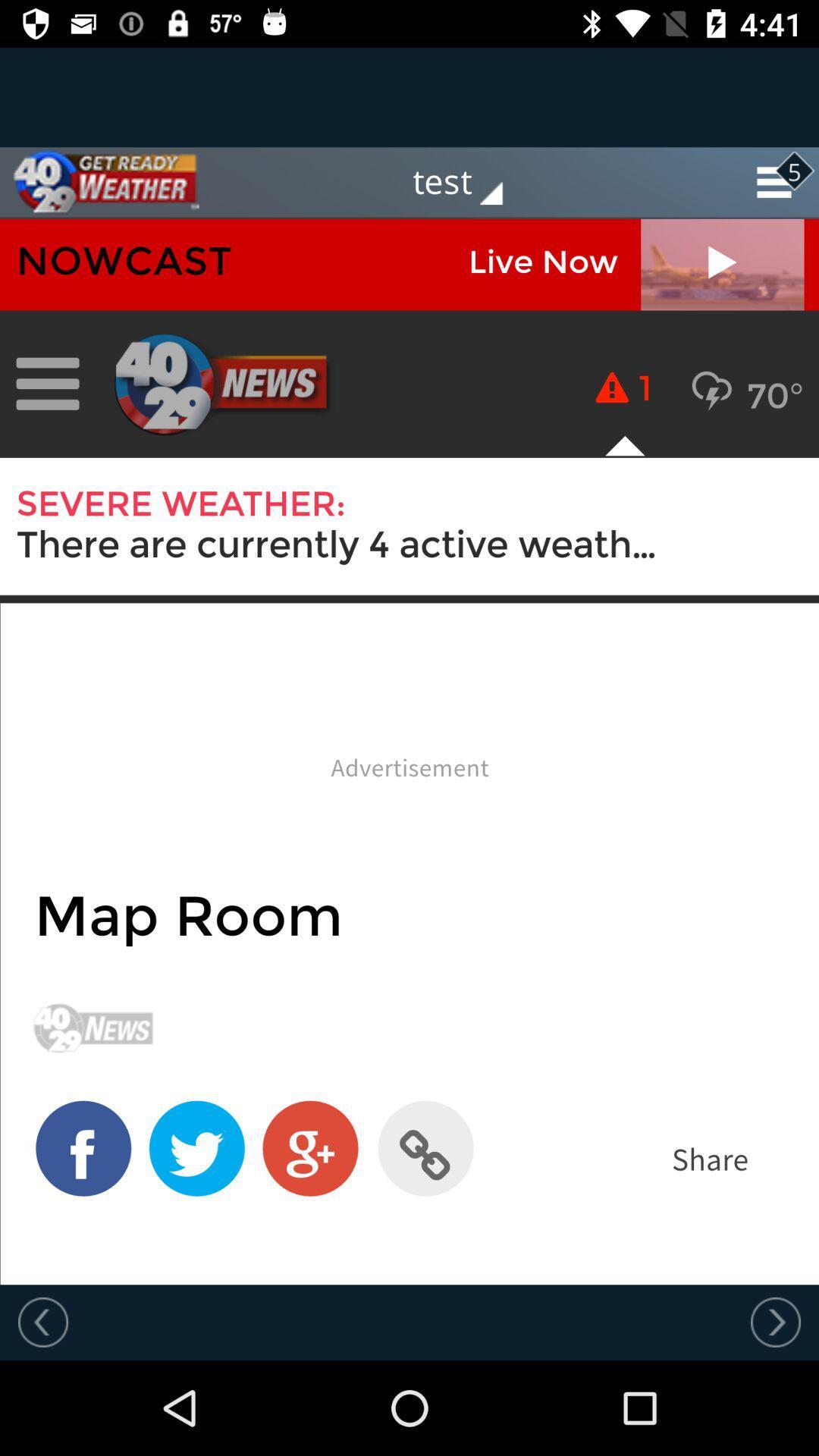 Image resolution: width=819 pixels, height=1456 pixels. What do you see at coordinates (409, 752) in the screenshot?
I see `article text box` at bounding box center [409, 752].